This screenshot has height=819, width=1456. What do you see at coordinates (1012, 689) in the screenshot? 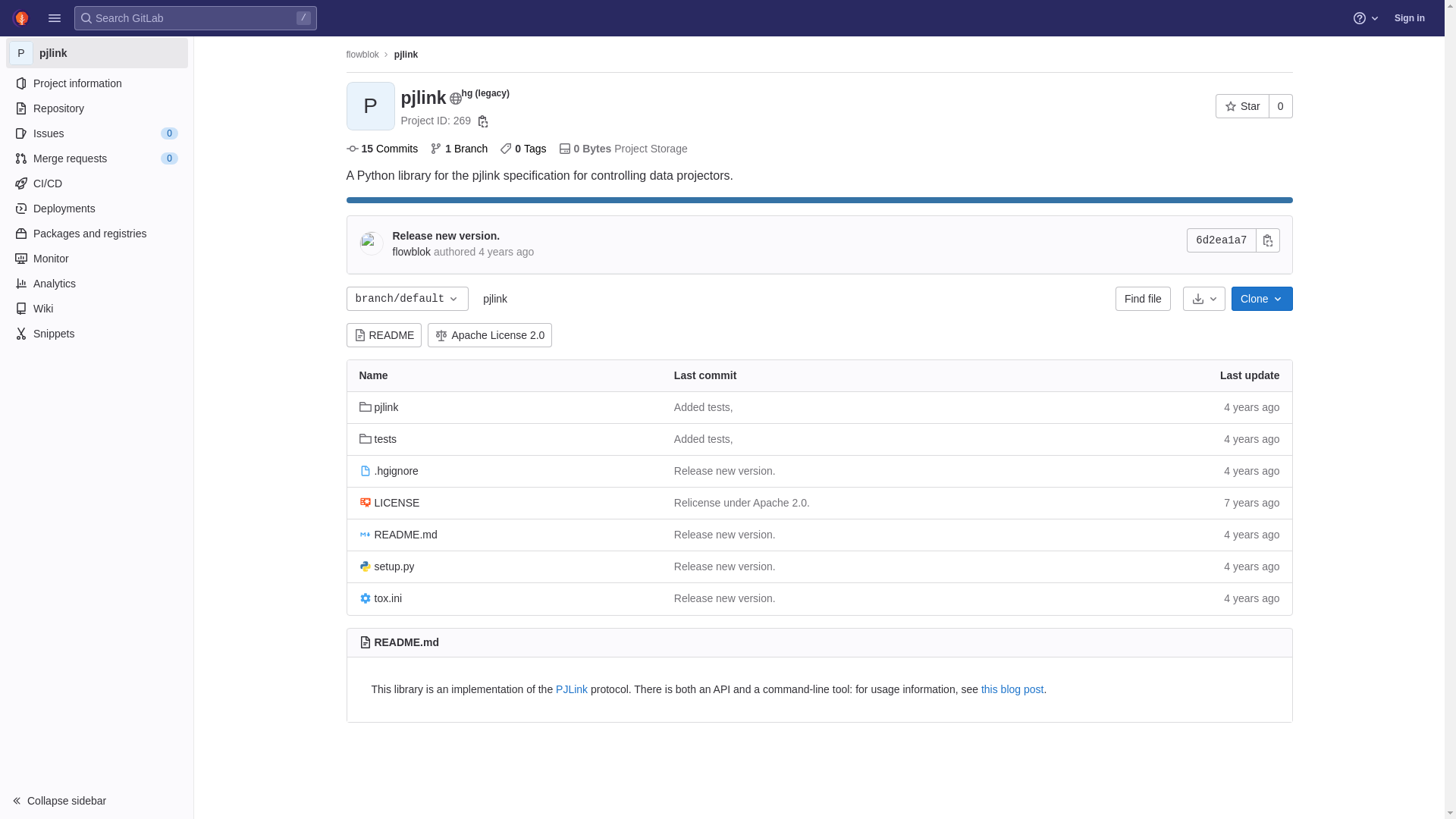
I see `'this blog post'` at bounding box center [1012, 689].